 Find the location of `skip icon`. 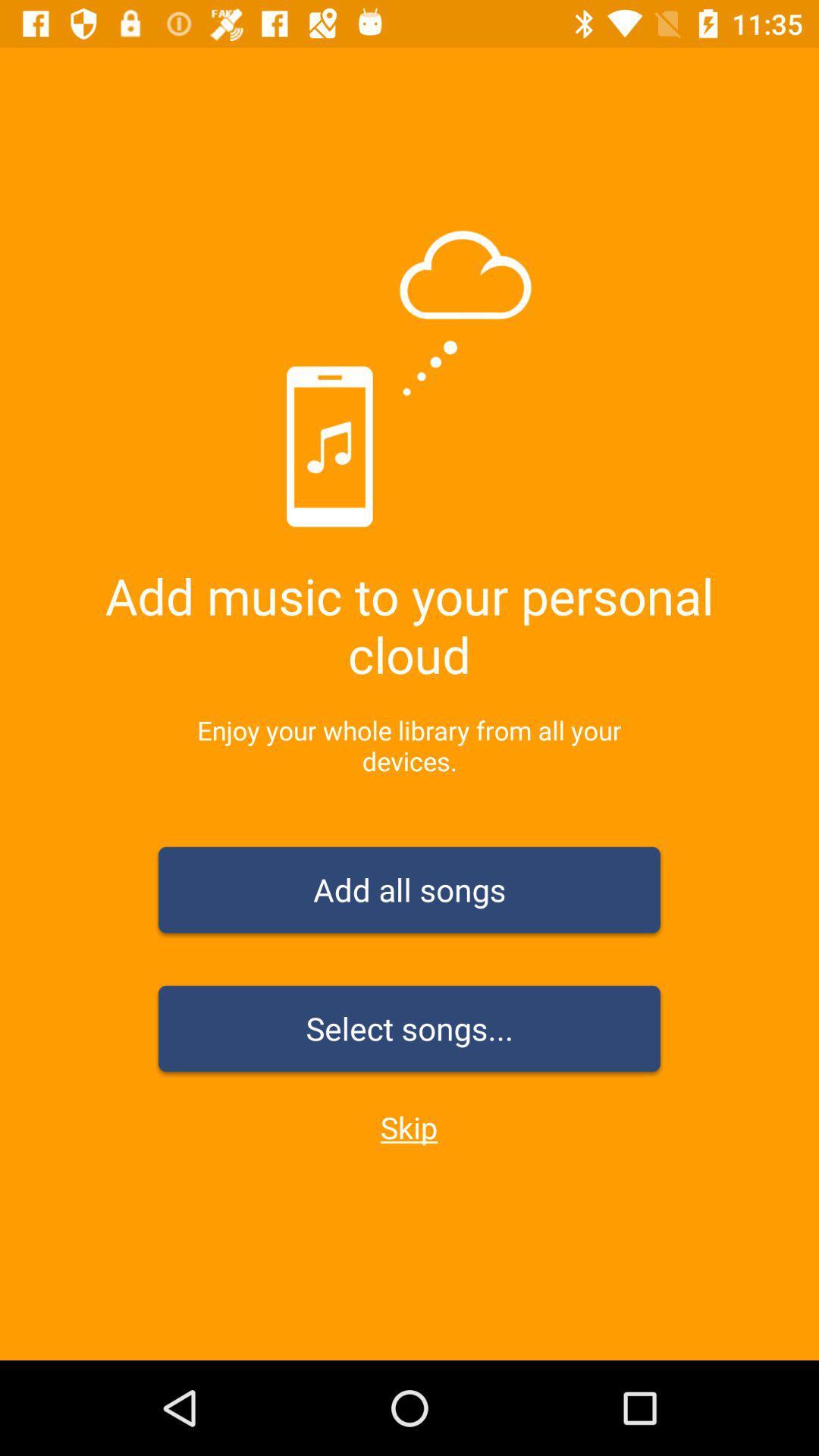

skip icon is located at coordinates (408, 1127).